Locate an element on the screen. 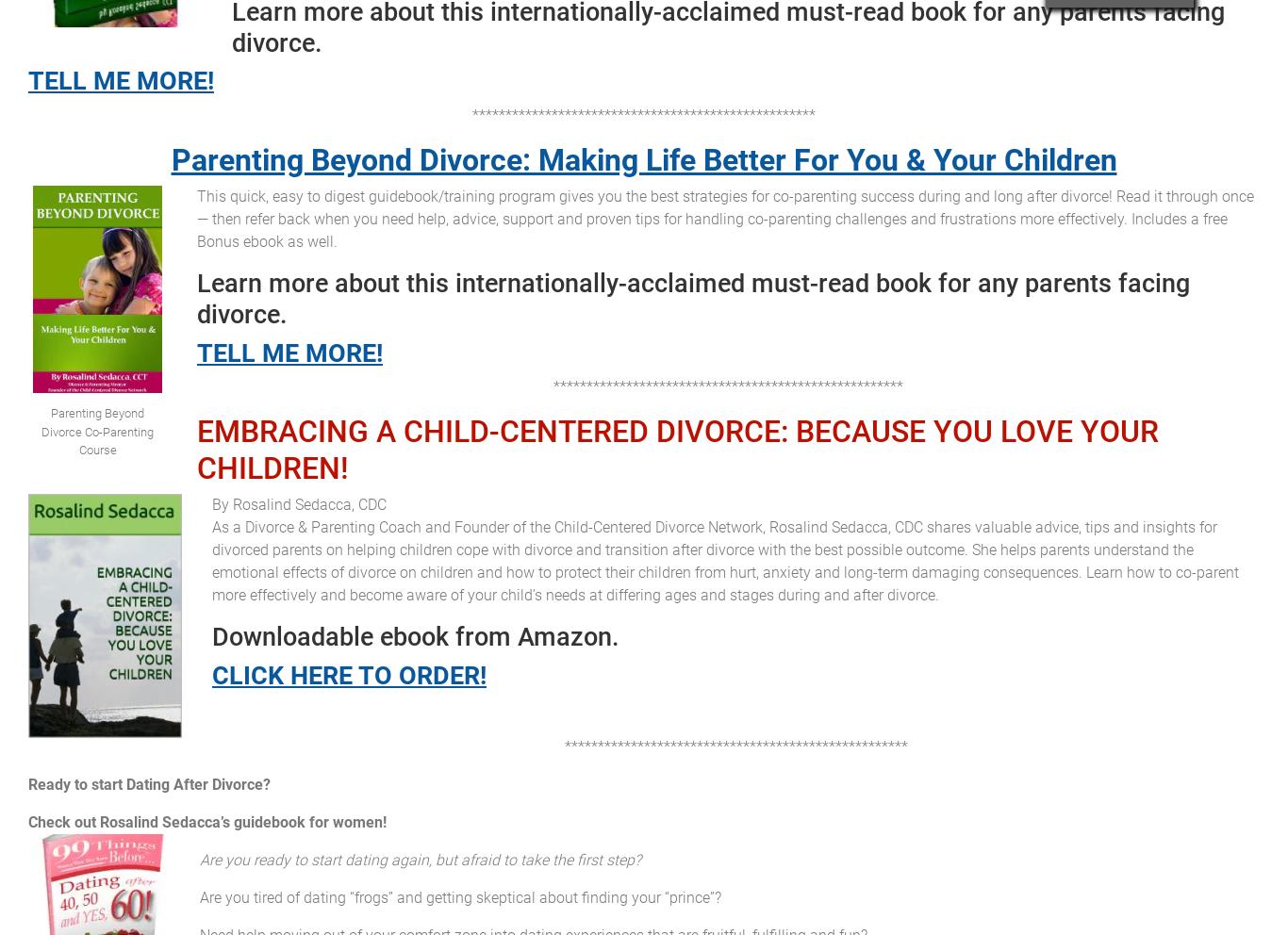 Image resolution: width=1288 pixels, height=935 pixels. 'Parenting Beyond Divorce Co-Parenting Course' is located at coordinates (97, 431).